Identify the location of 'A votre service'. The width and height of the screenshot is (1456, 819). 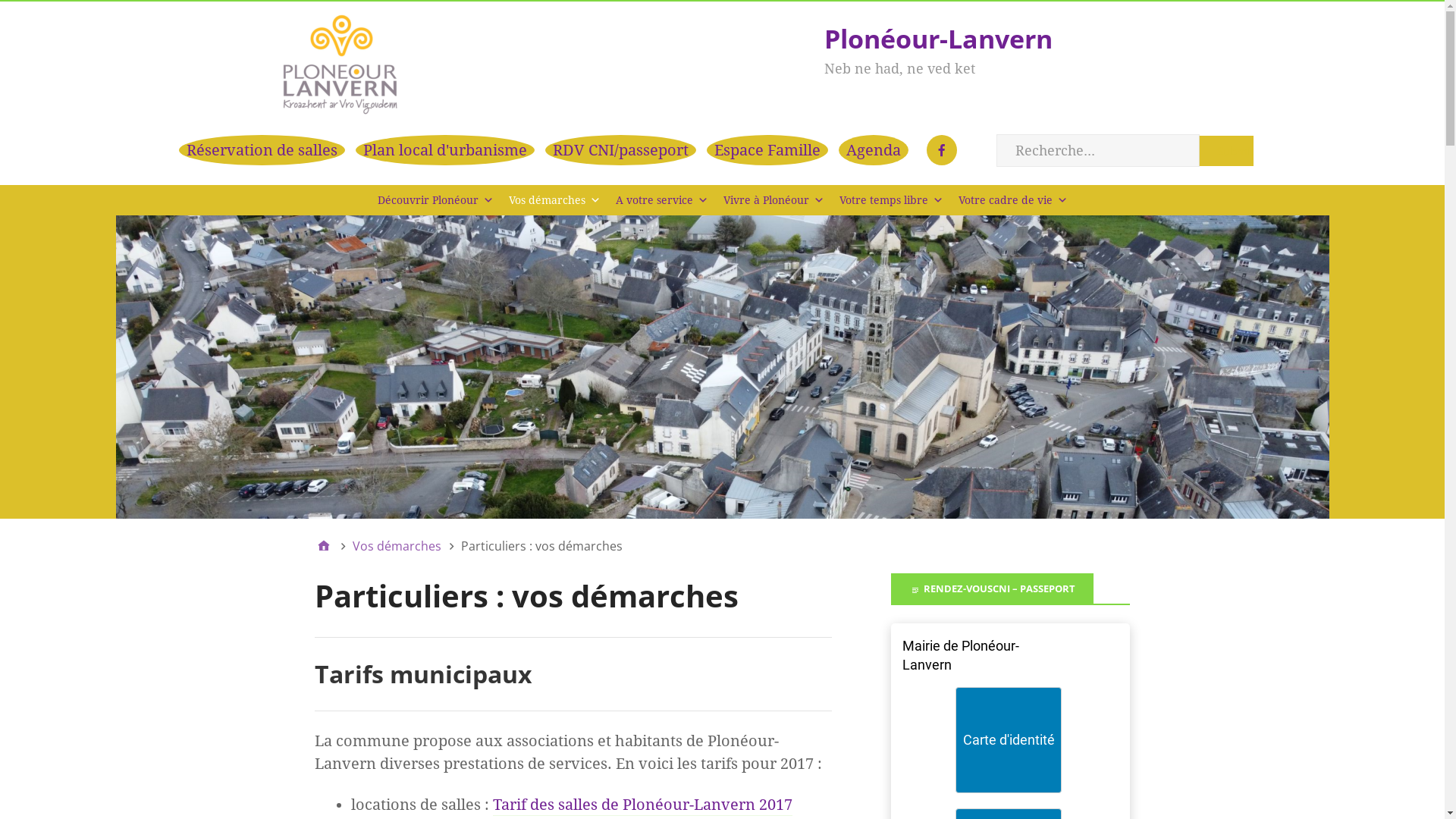
(662, 199).